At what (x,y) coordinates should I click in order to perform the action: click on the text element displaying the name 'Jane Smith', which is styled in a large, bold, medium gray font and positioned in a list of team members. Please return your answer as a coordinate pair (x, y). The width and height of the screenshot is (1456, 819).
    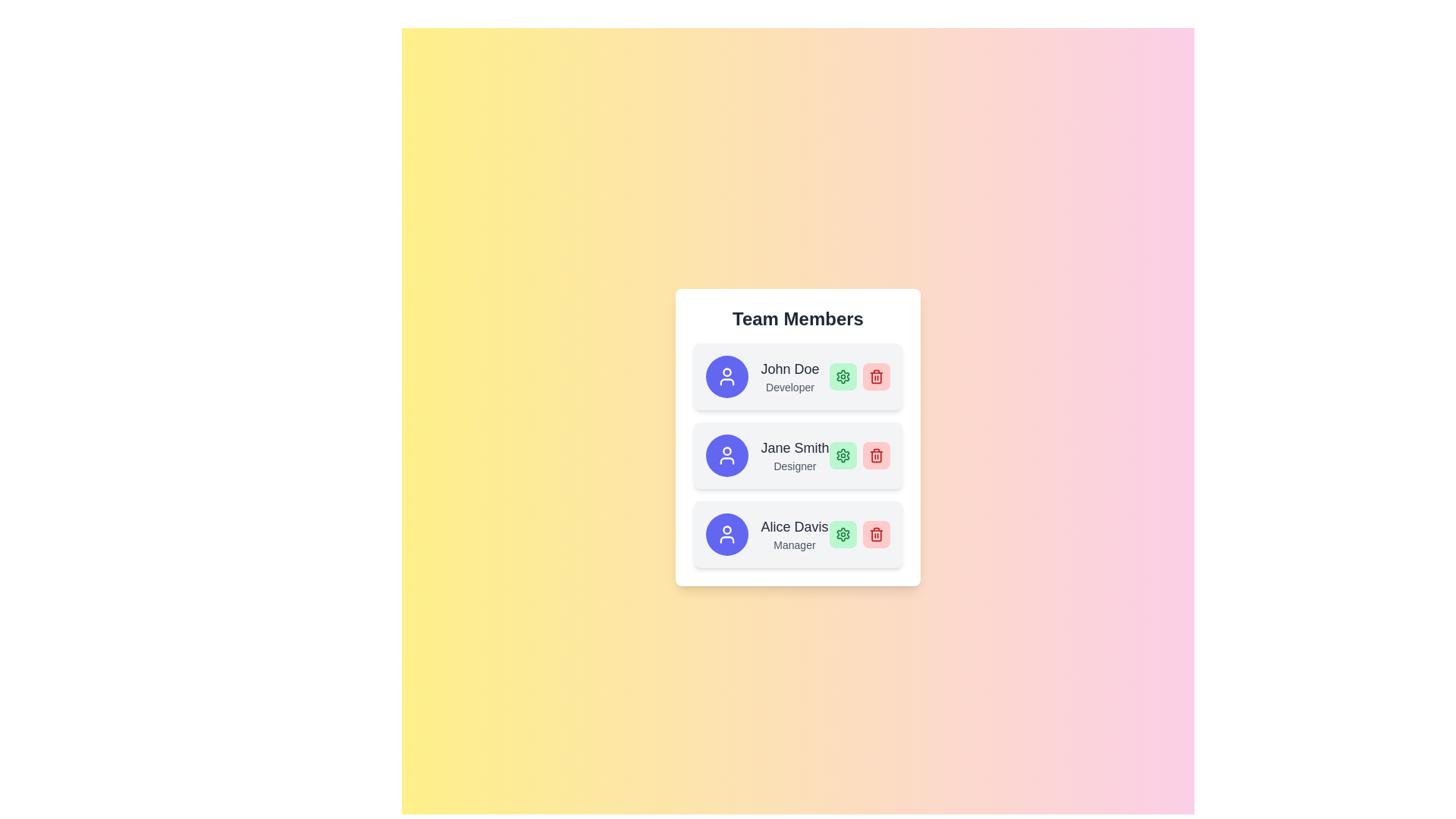
    Looking at the image, I should click on (794, 447).